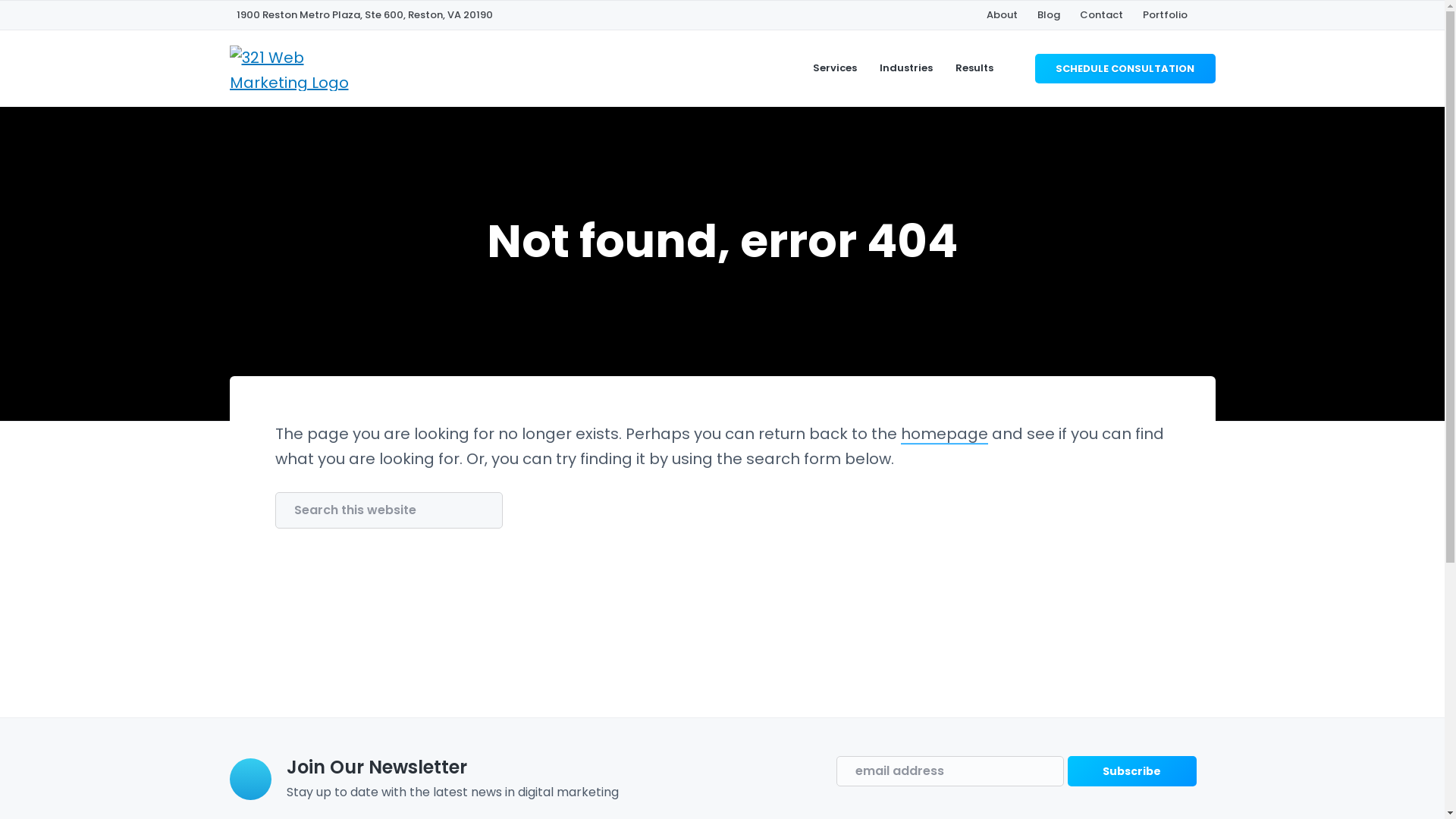 Image resolution: width=1456 pixels, height=819 pixels. I want to click on '321 Web Marketing', so click(235, 192).